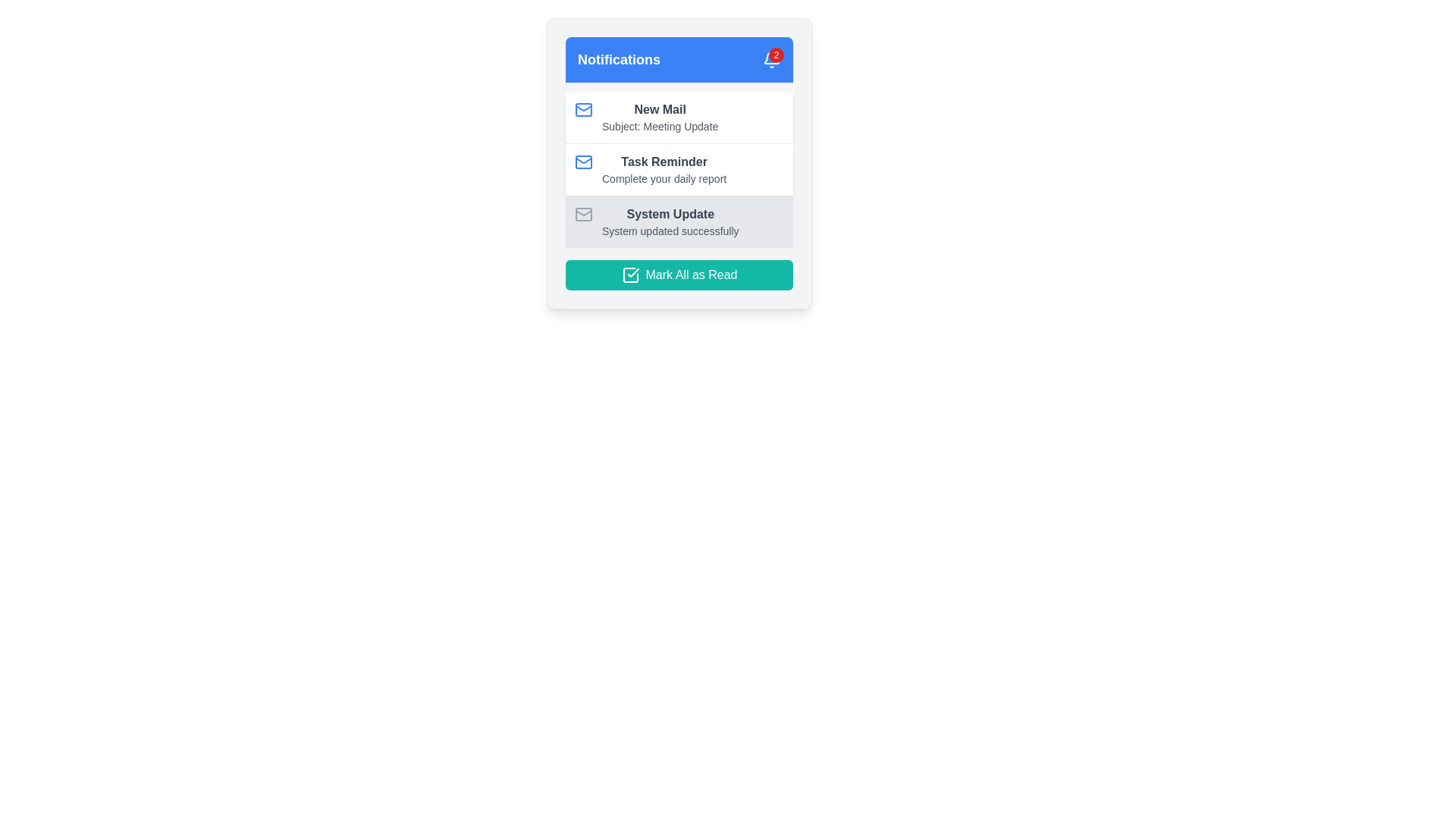 This screenshot has width=1456, height=819. I want to click on the icon located on the left side of the 'Mark All as Read' button, which indicates its functionality to mark items as read, so click(630, 275).